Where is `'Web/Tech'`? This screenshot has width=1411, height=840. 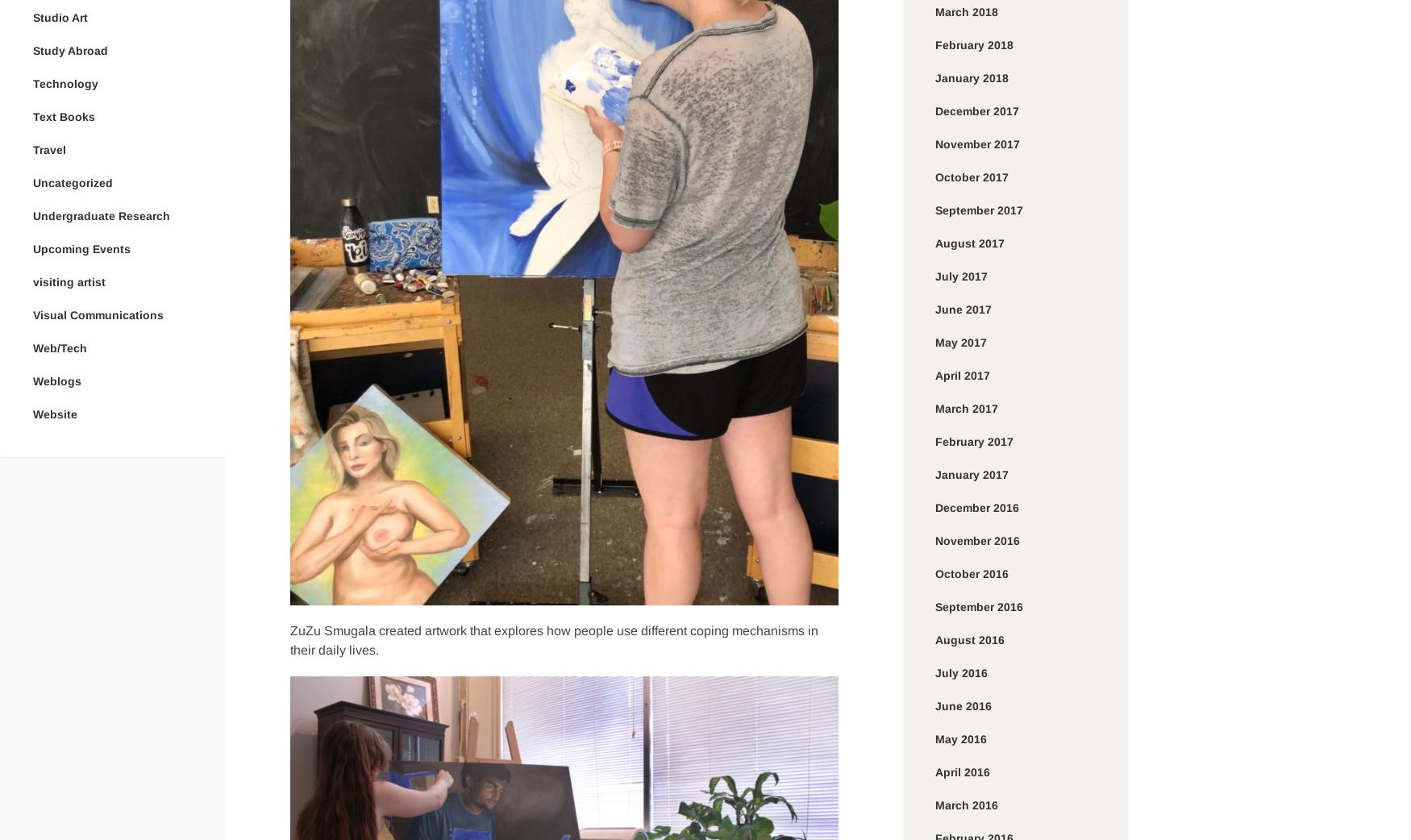 'Web/Tech' is located at coordinates (60, 346).